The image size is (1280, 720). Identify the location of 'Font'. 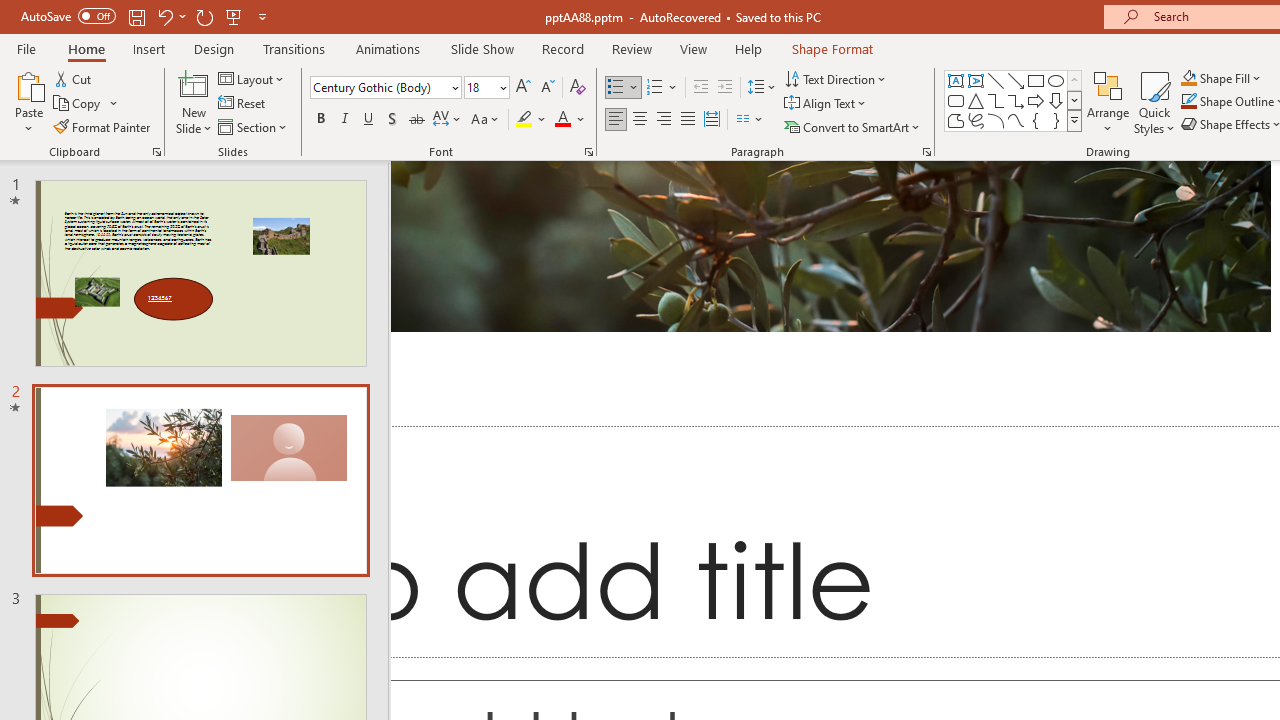
(379, 86).